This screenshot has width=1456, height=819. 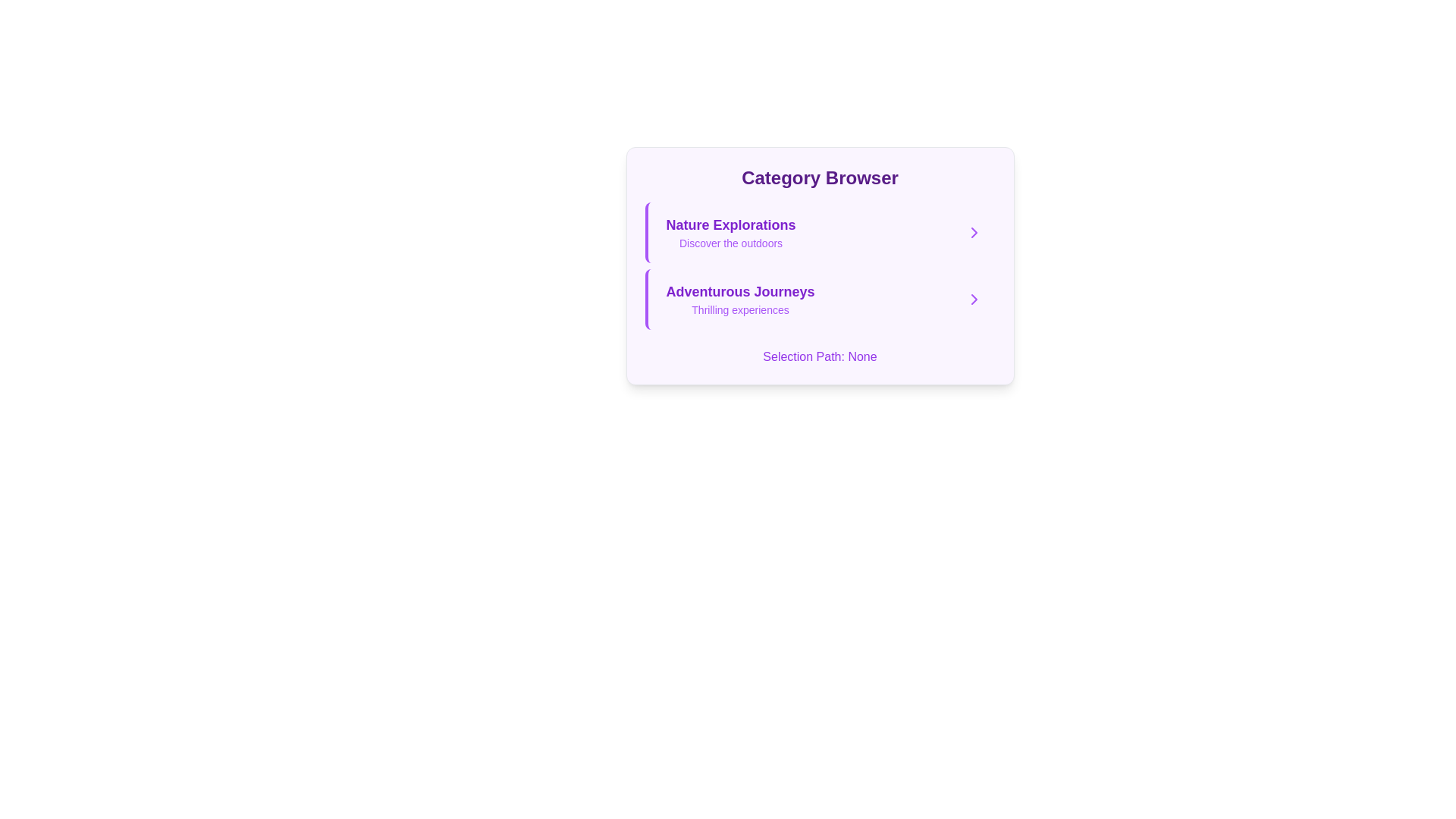 I want to click on the text label that reads 'Discover the outdoors', which is styled in purple and positioned below the 'Nature Explorations' header, so click(x=731, y=242).